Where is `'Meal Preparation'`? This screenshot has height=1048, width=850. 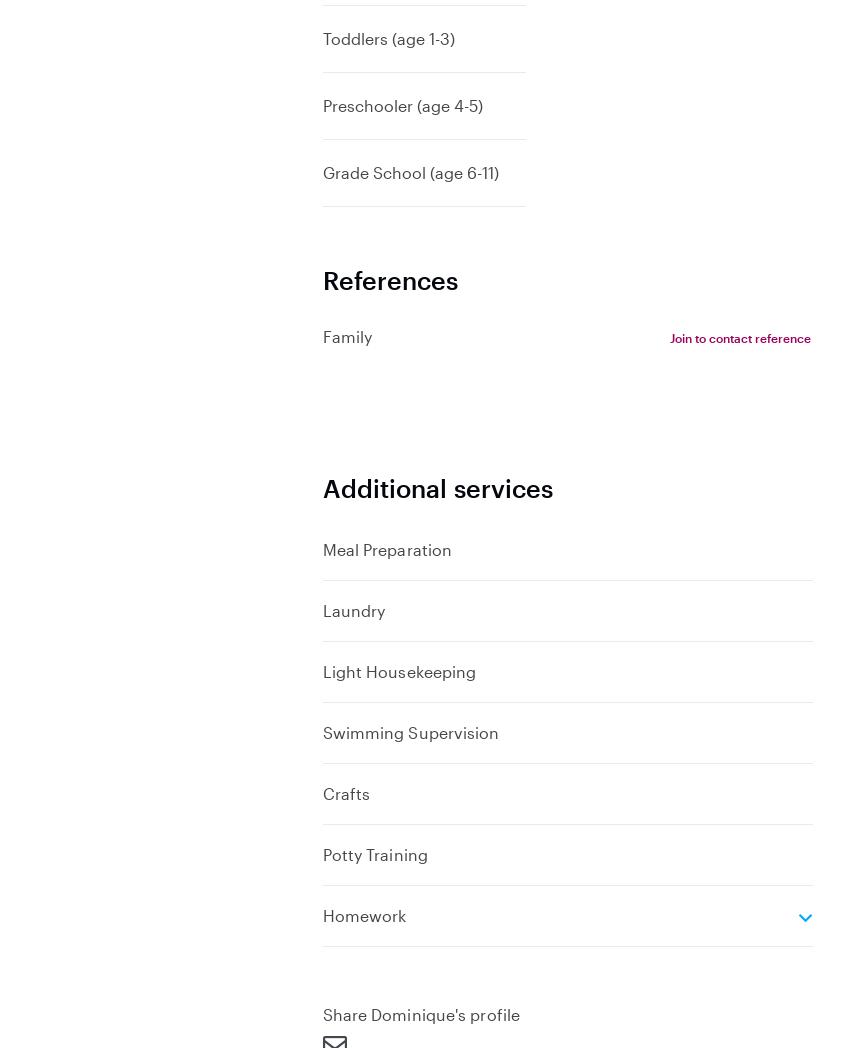
'Meal Preparation' is located at coordinates (387, 547).